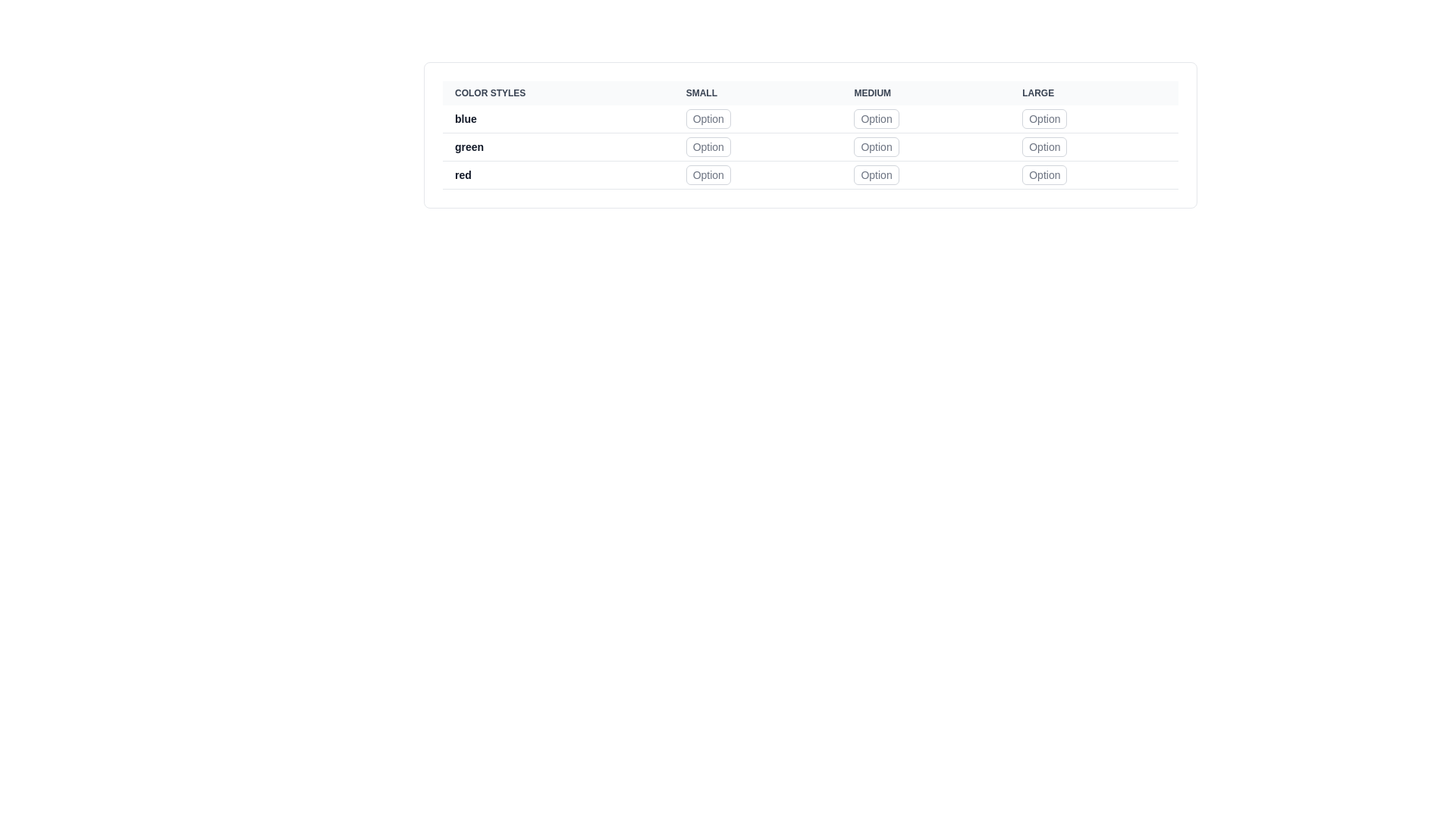 This screenshot has height=819, width=1456. Describe the element at coordinates (1043, 174) in the screenshot. I see `the button representing the 'red' color and 'Large' size option located in the third row of the grid` at that location.